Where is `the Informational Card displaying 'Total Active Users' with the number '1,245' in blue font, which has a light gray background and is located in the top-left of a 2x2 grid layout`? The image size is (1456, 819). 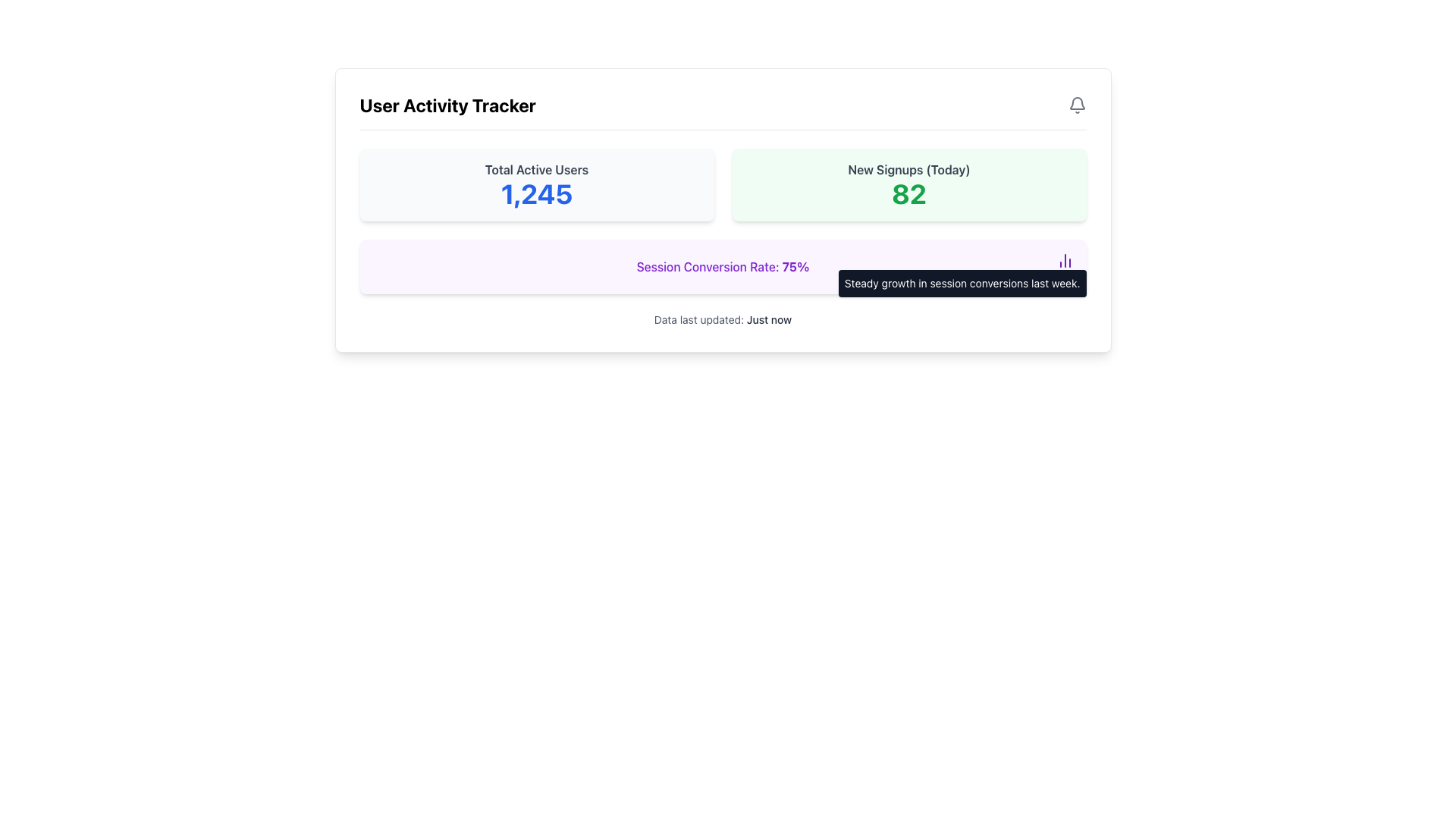
the Informational Card displaying 'Total Active Users' with the number '1,245' in blue font, which has a light gray background and is located in the top-left of a 2x2 grid layout is located at coordinates (537, 184).